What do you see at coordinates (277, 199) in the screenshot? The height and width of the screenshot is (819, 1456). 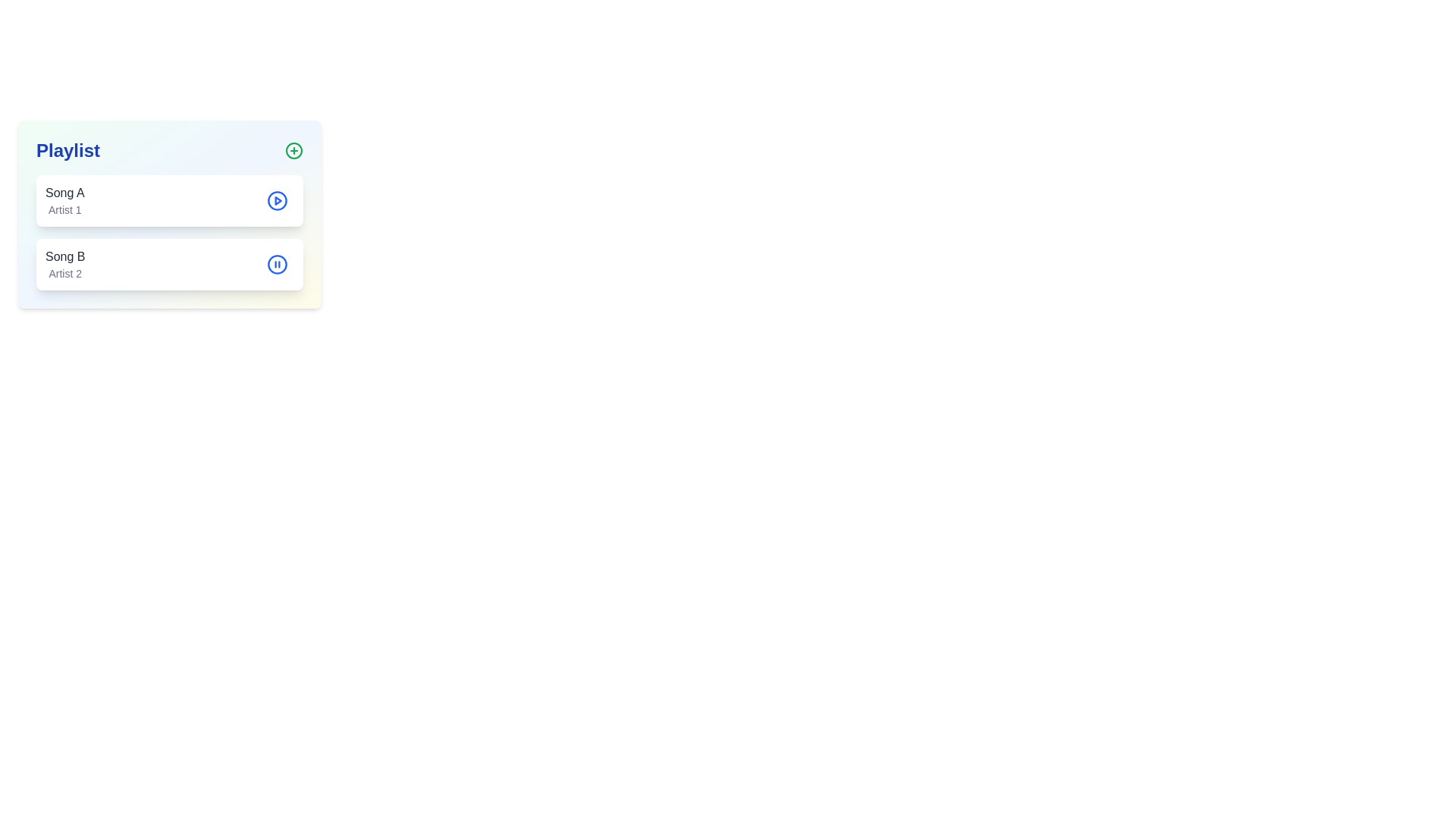 I see `the SVG circle representing the play button icon for the first song in the playlist` at bounding box center [277, 199].